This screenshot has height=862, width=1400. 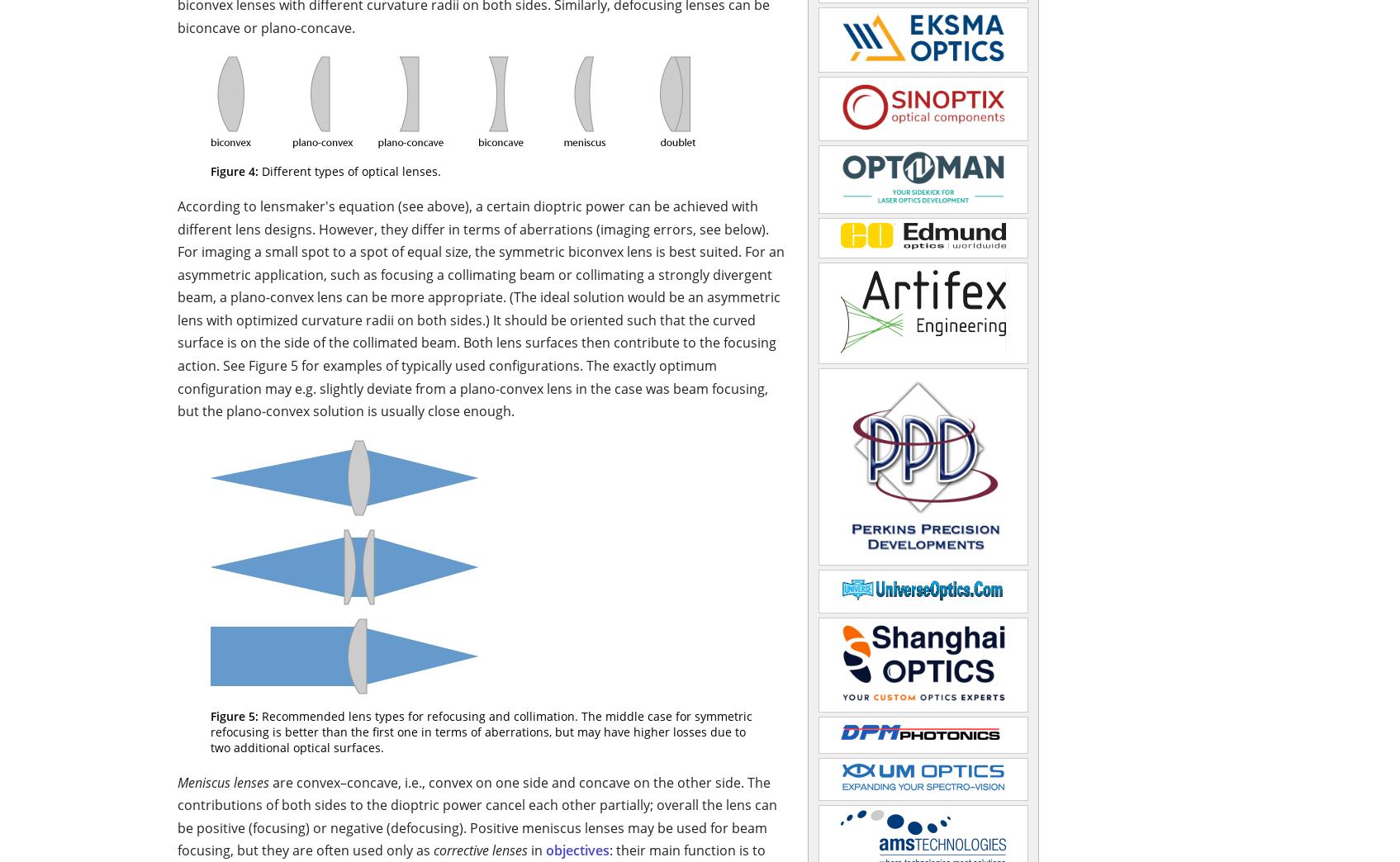 What do you see at coordinates (349, 171) in the screenshot?
I see `'Different types of optical lenses.'` at bounding box center [349, 171].